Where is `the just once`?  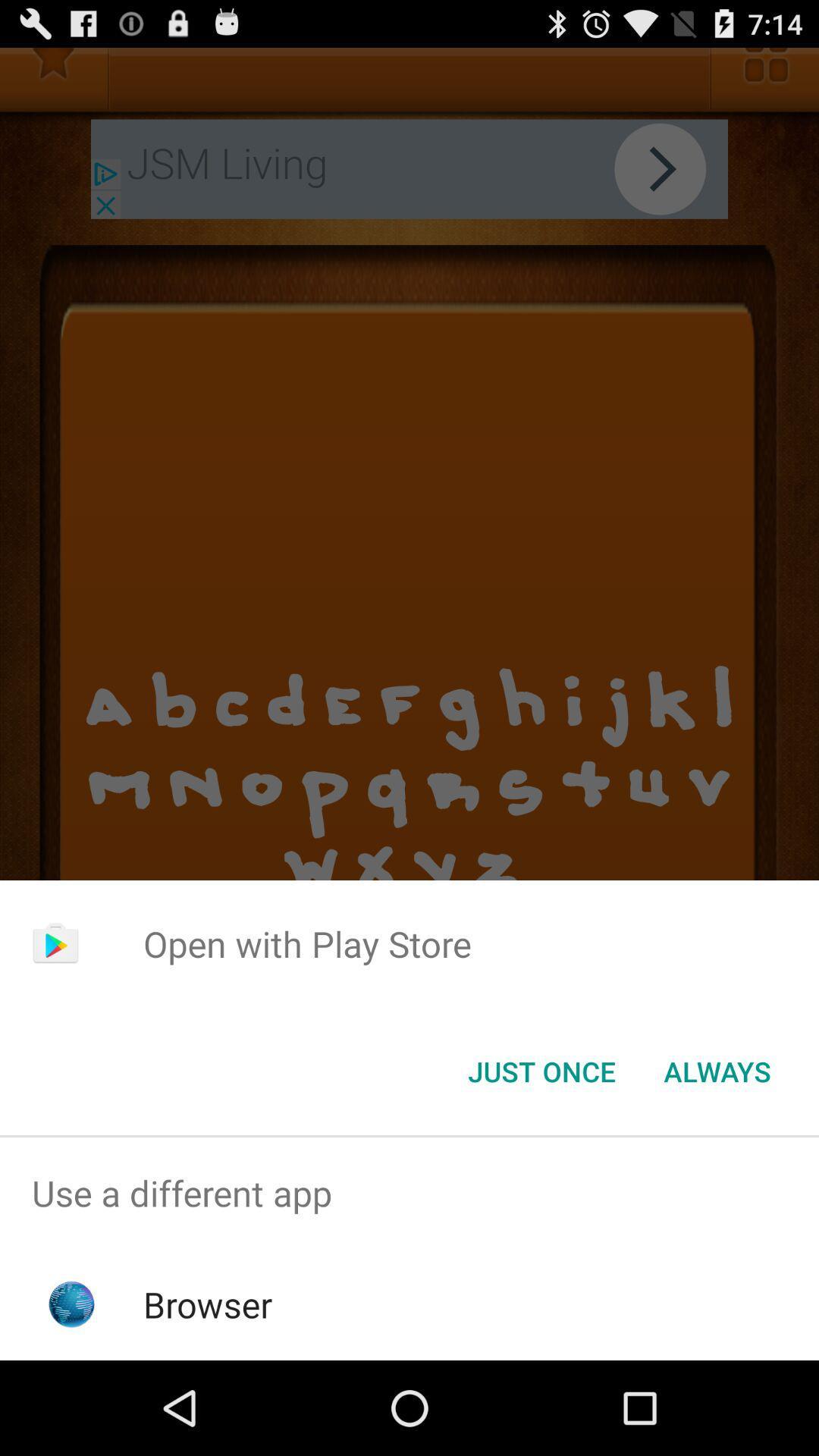 the just once is located at coordinates (541, 1070).